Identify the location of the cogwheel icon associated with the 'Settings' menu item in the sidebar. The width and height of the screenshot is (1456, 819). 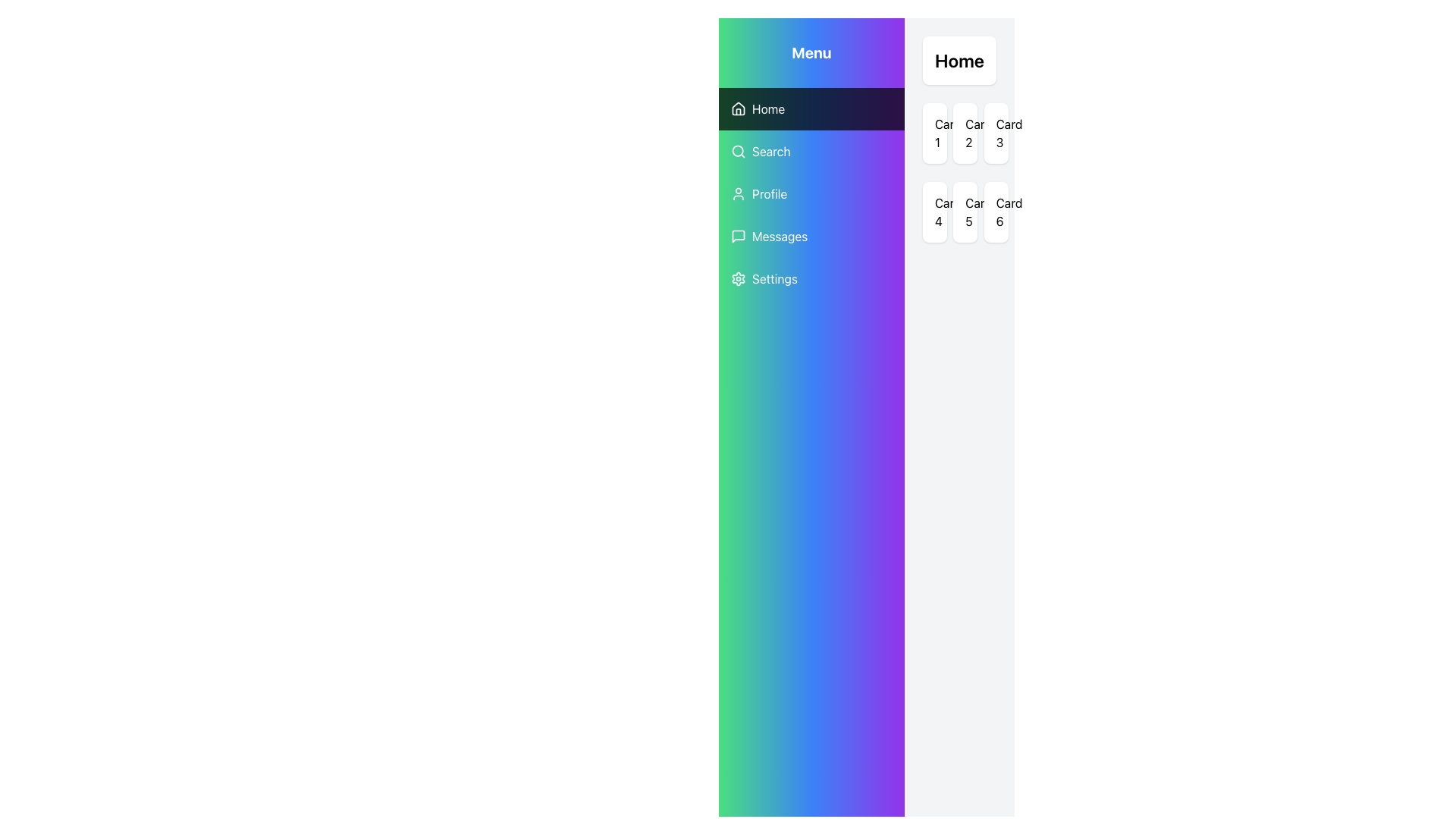
(739, 278).